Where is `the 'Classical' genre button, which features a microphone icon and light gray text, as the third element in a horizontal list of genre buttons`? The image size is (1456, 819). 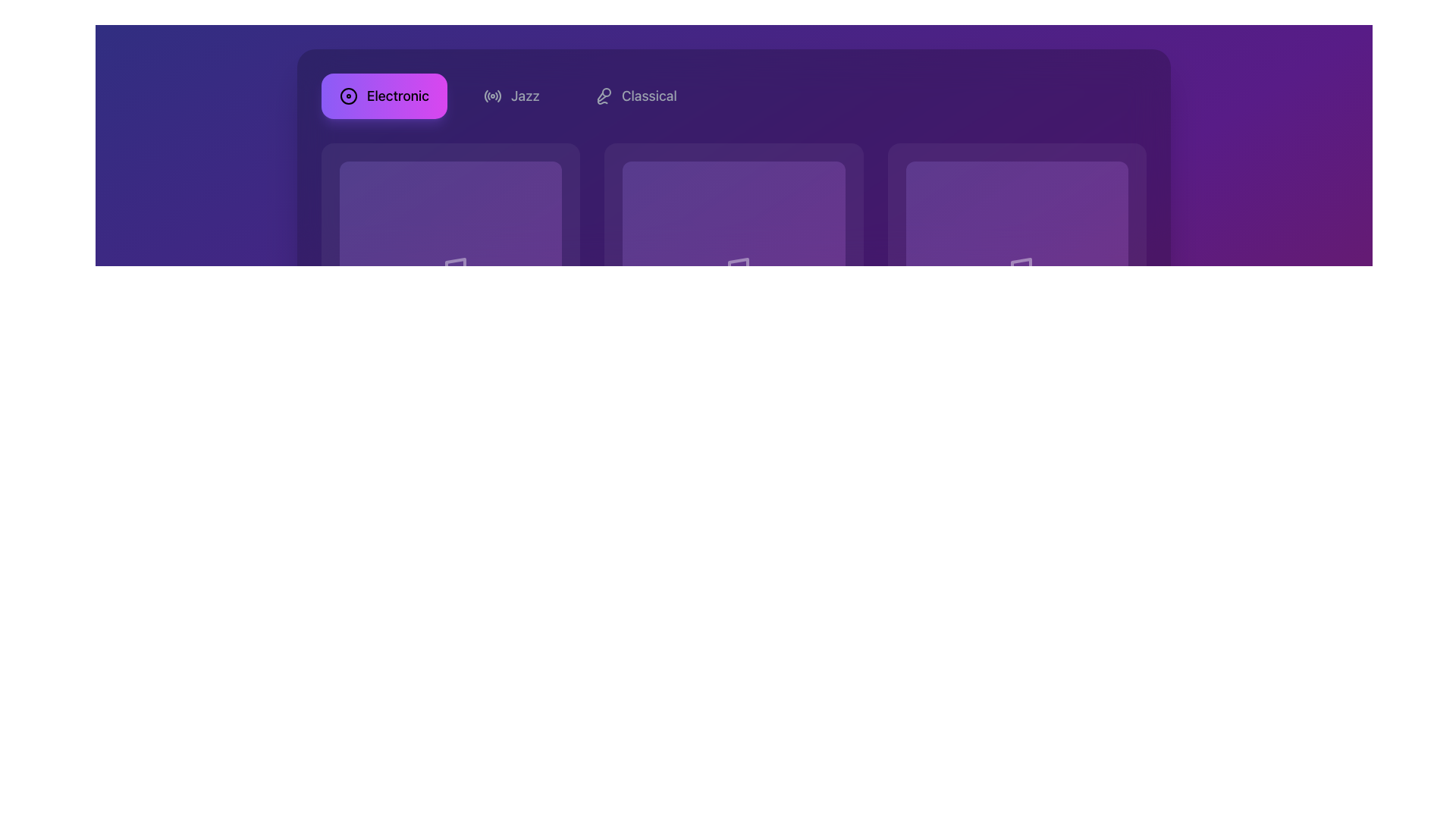
the 'Classical' genre button, which features a microphone icon and light gray text, as the third element in a horizontal list of genre buttons is located at coordinates (635, 96).